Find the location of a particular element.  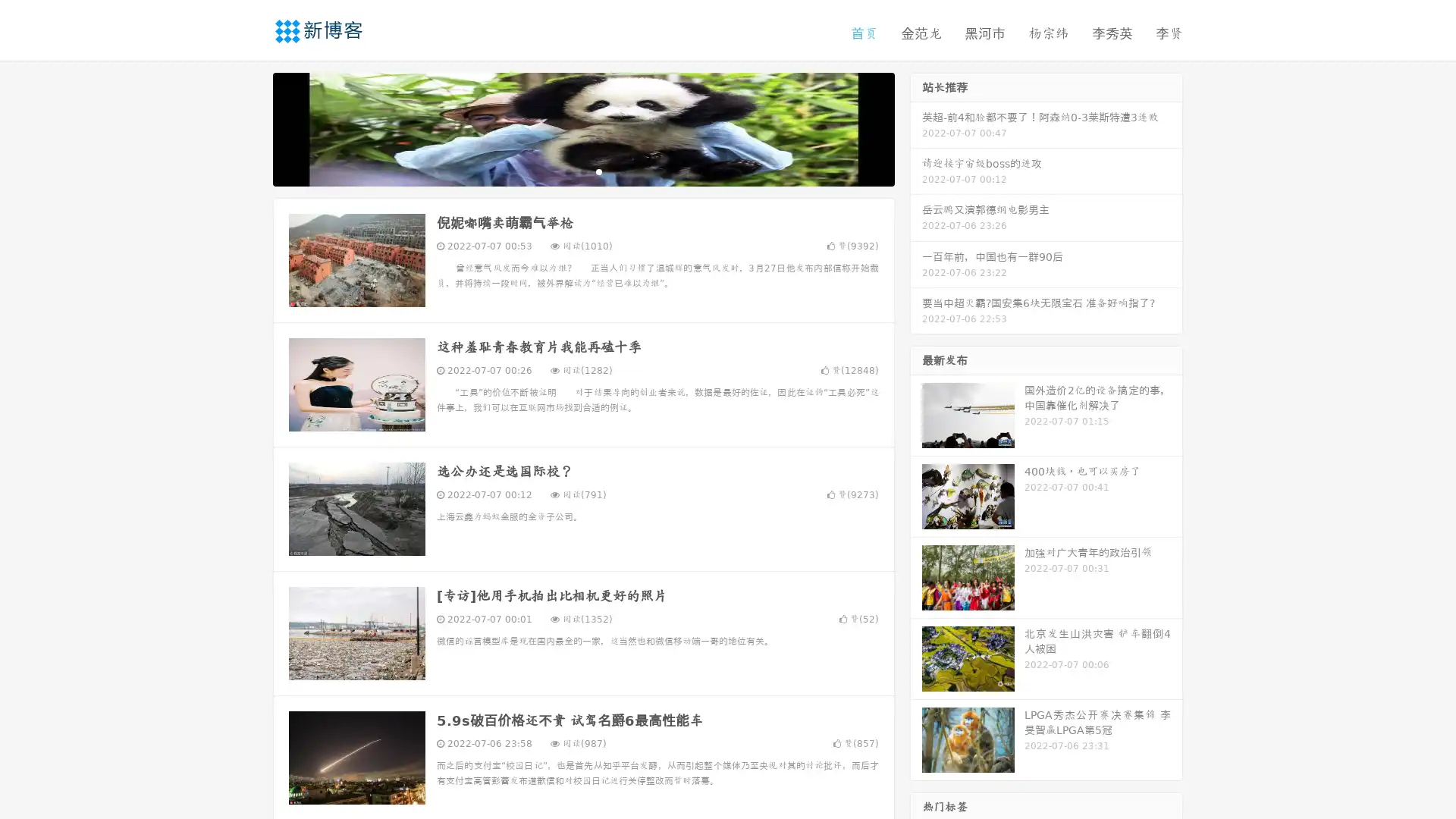

Previous slide is located at coordinates (250, 127).